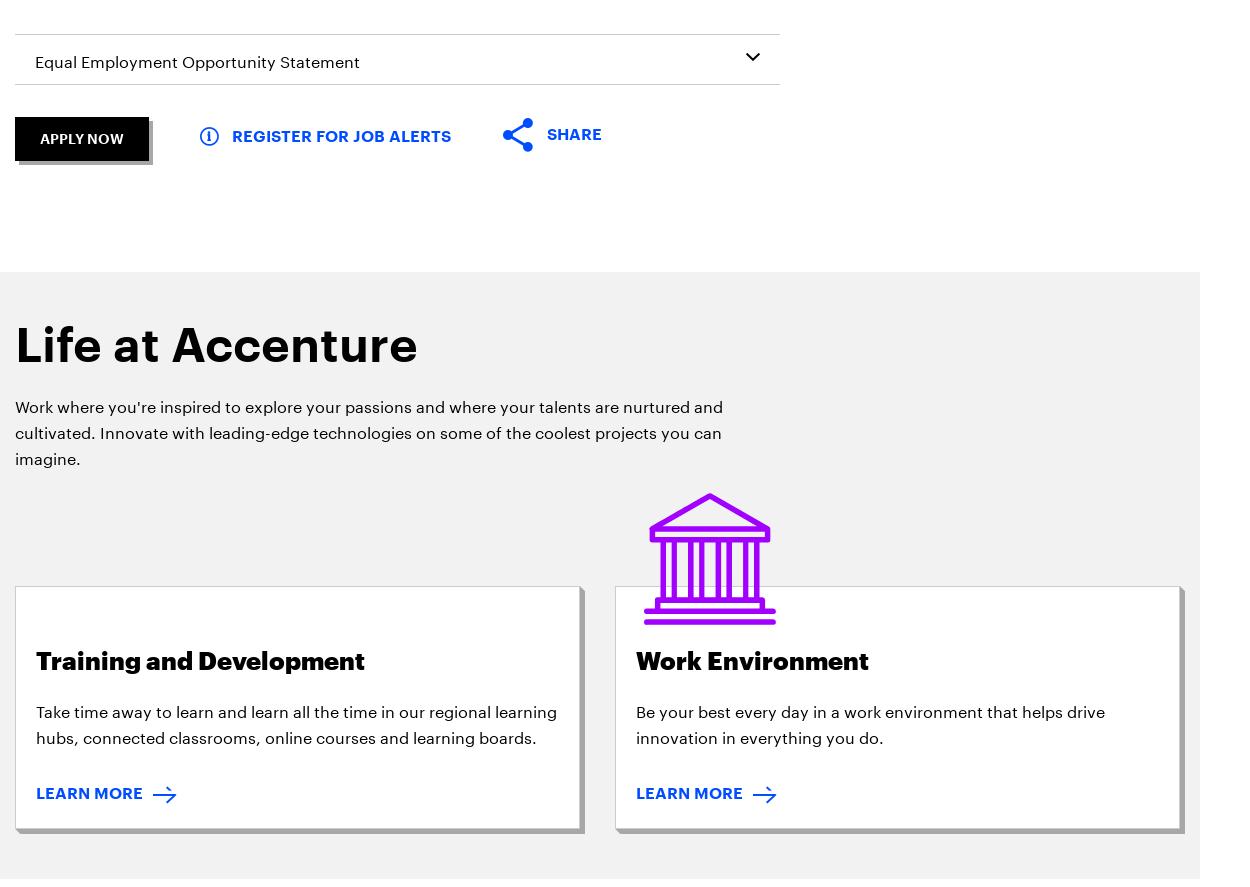 The width and height of the screenshot is (1250, 887). Describe the element at coordinates (1081, 382) in the screenshot. I see `'© 2023 Accenture. All Rights Reserved.'` at that location.